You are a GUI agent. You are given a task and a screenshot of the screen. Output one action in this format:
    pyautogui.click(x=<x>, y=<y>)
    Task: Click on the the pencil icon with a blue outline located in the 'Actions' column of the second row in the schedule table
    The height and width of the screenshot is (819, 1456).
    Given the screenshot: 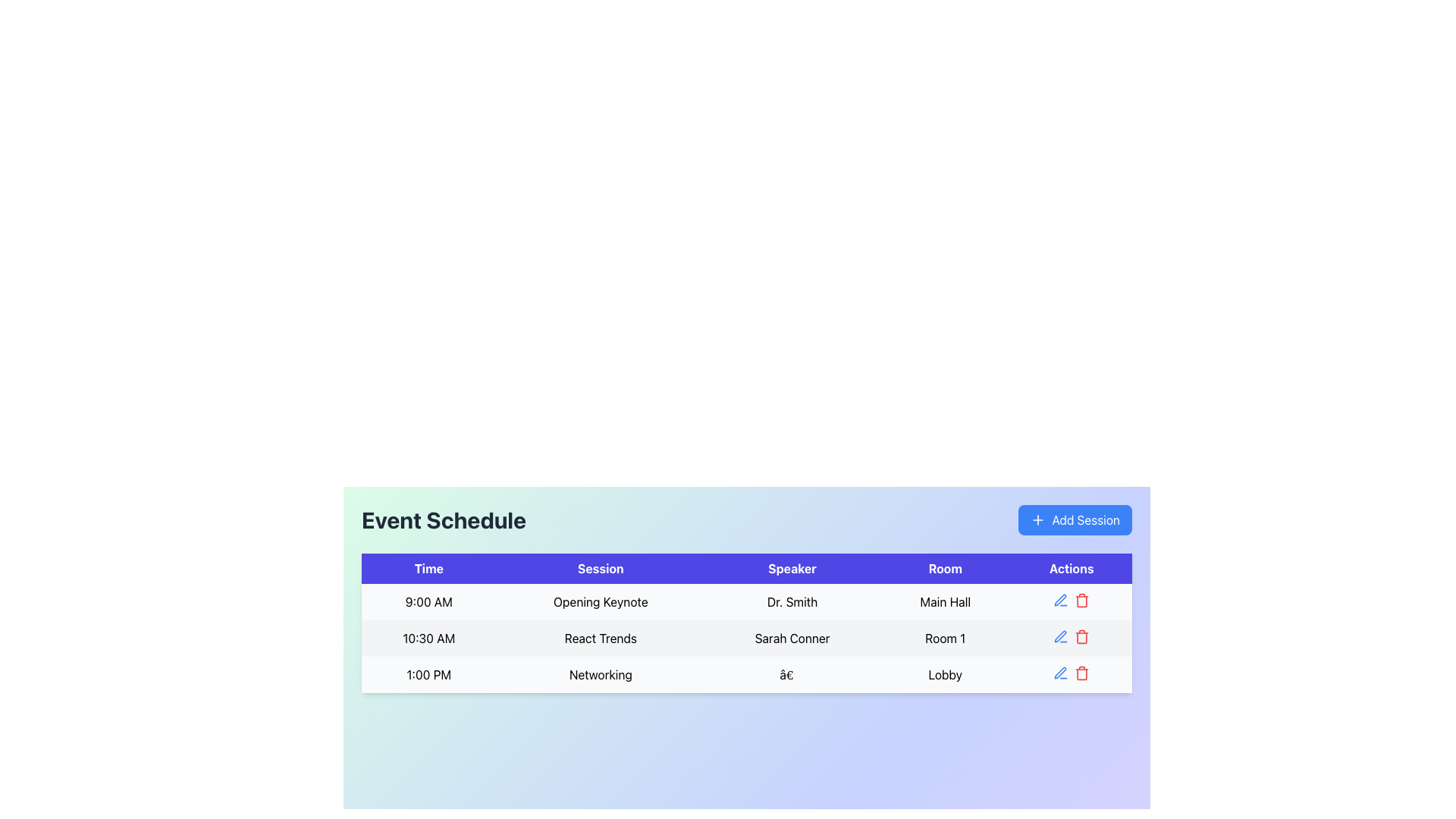 What is the action you would take?
    pyautogui.click(x=1059, y=636)
    